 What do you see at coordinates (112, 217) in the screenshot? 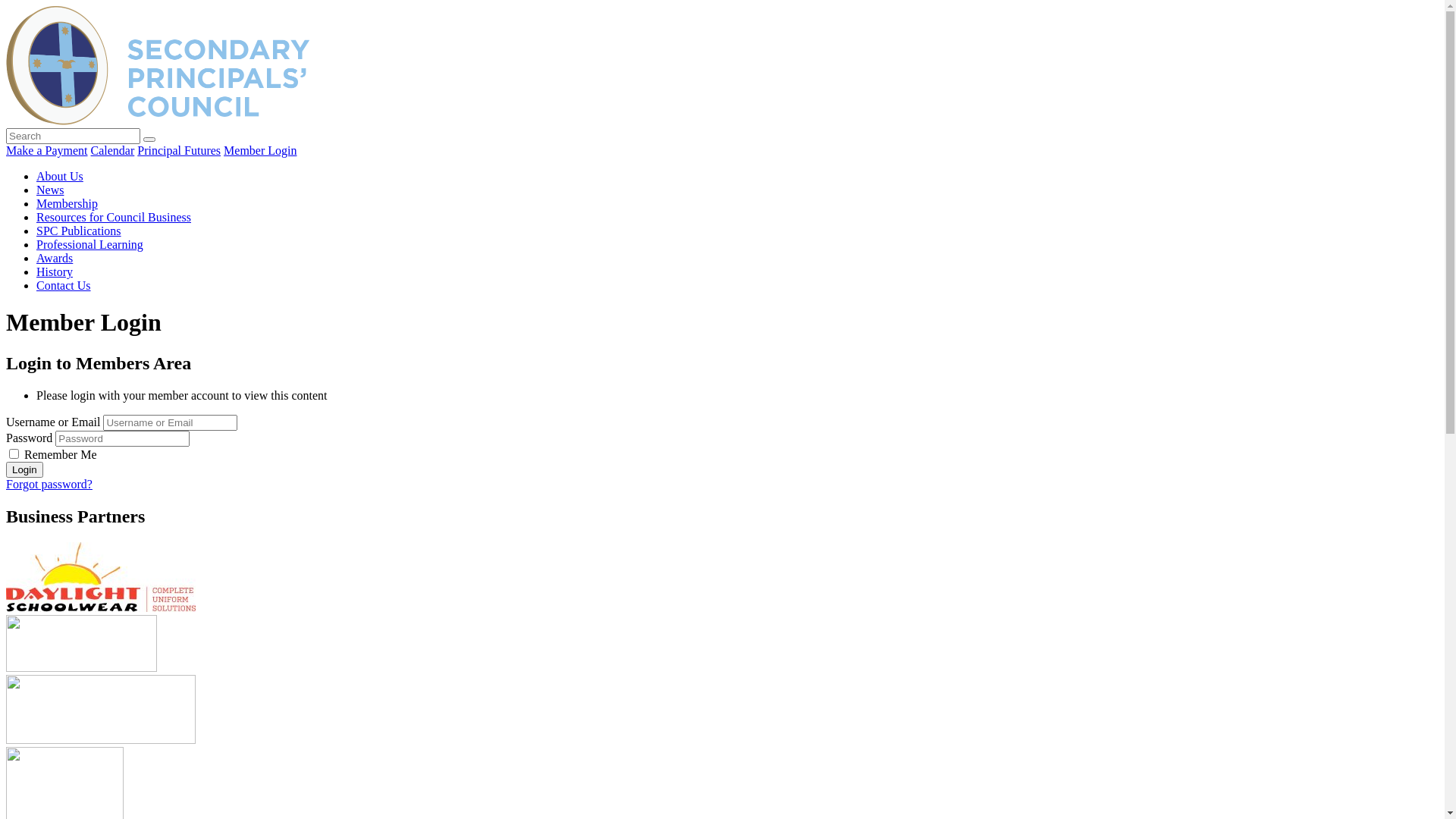
I see `'Resources for Council Business'` at bounding box center [112, 217].